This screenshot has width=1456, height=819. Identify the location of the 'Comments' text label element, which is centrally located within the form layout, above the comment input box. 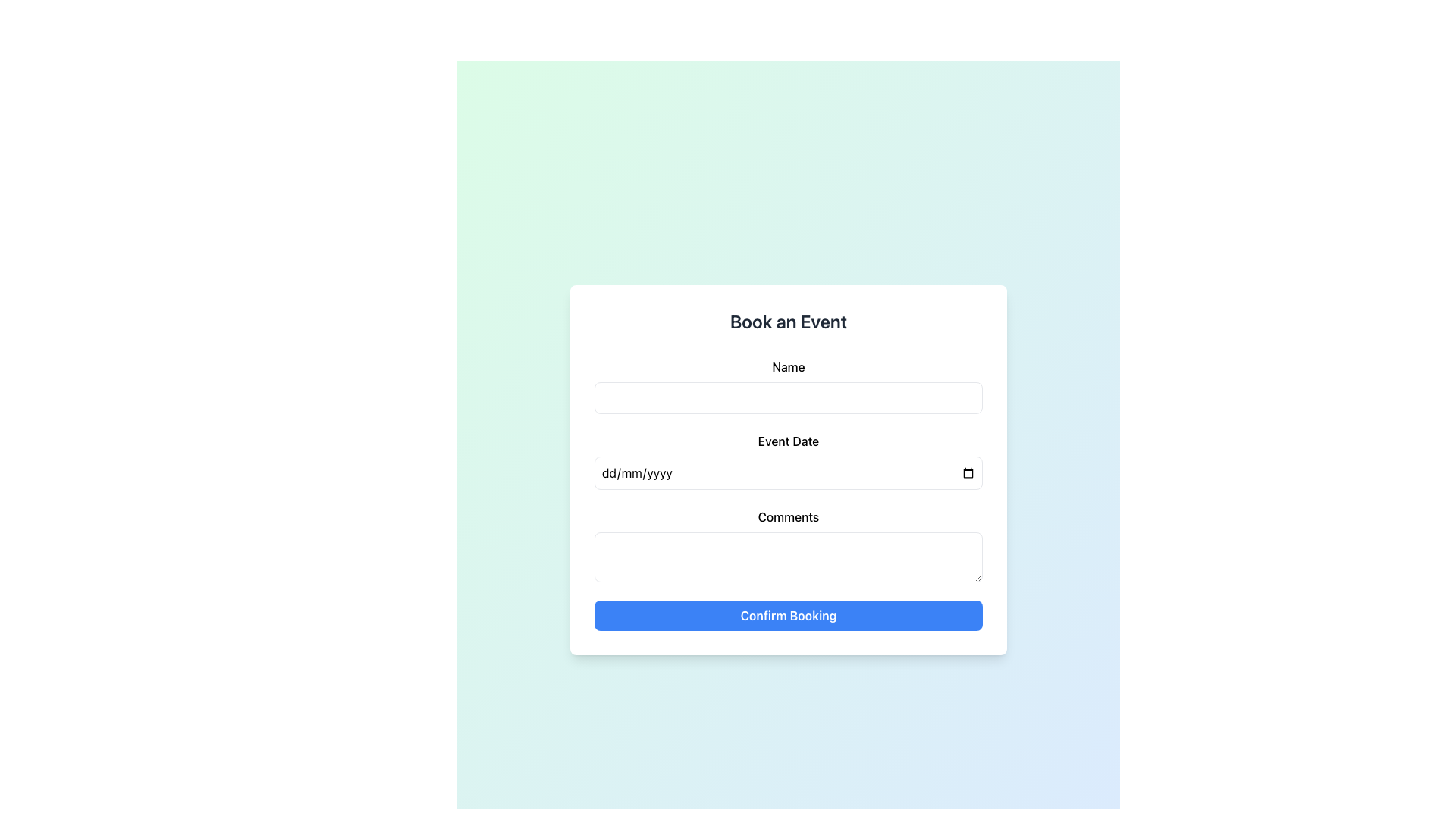
(789, 516).